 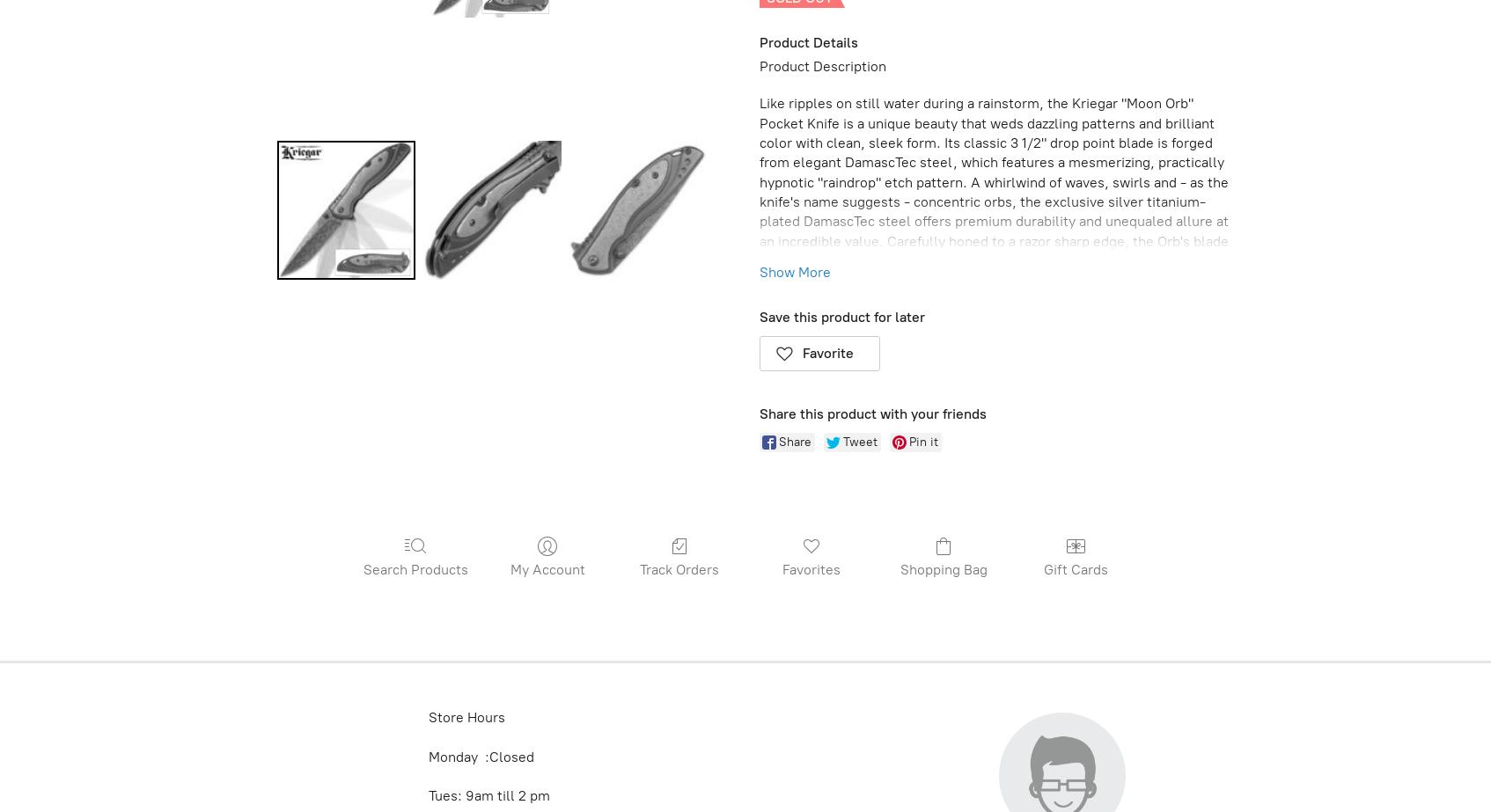 What do you see at coordinates (841, 317) in the screenshot?
I see `'Save this product for later'` at bounding box center [841, 317].